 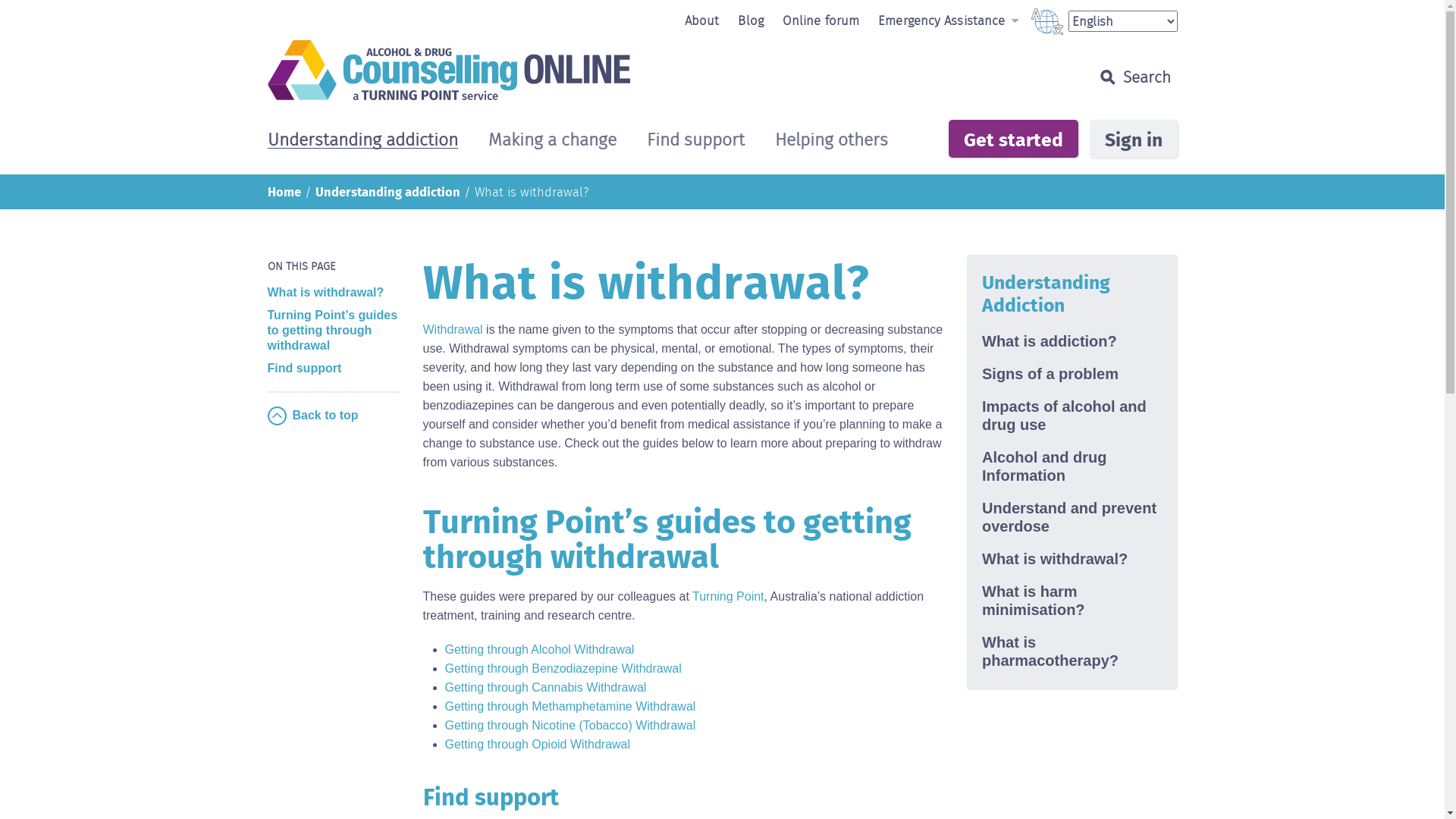 I want to click on 'Getting through Opioid Withdrawal', so click(x=537, y=743).